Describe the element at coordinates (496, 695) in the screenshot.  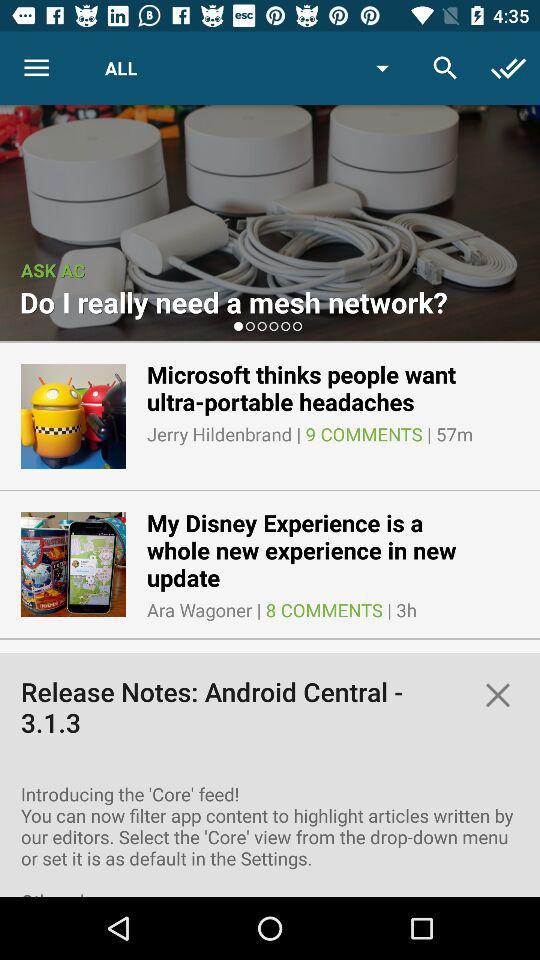
I see `the close icon` at that location.